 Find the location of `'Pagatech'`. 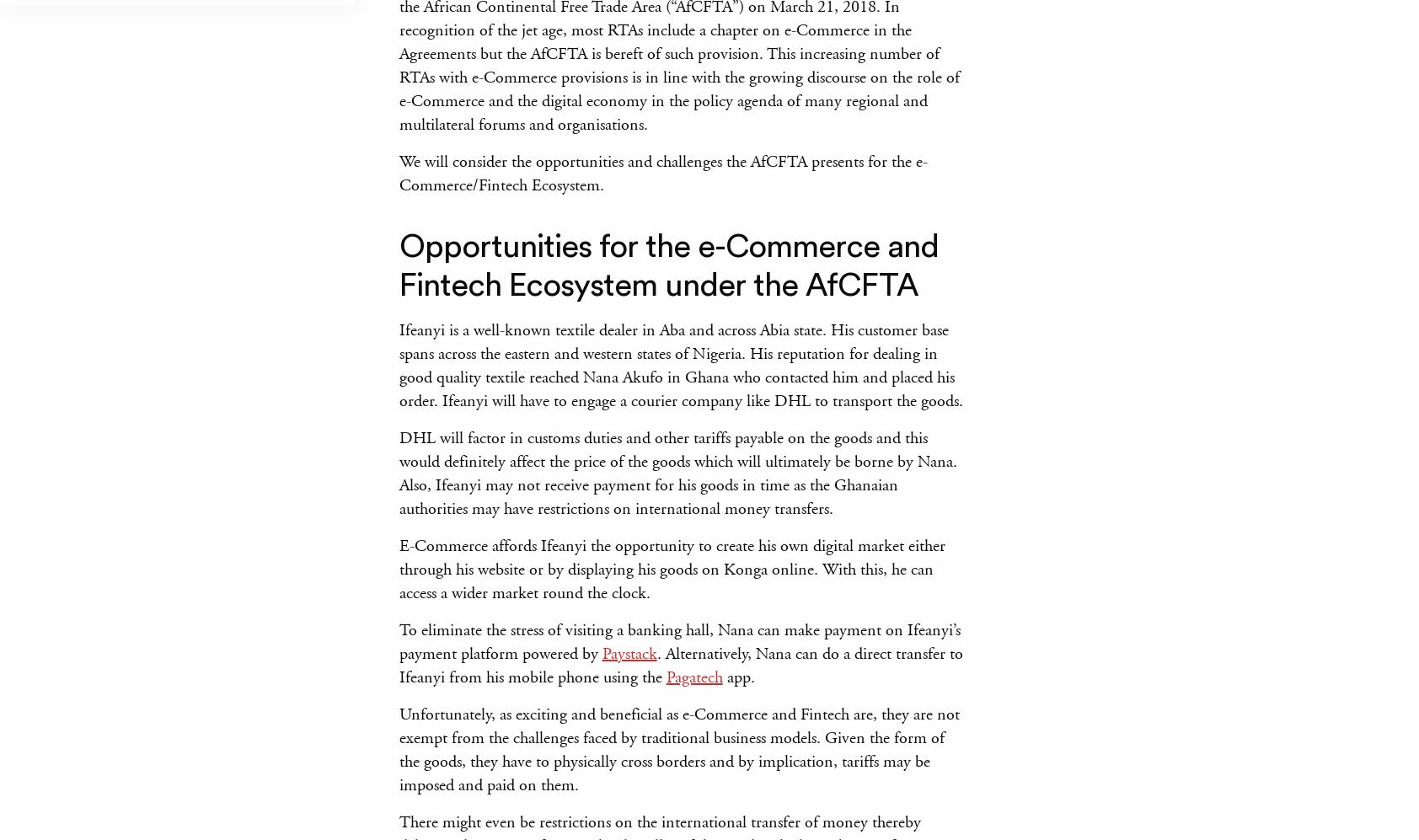

'Pagatech' is located at coordinates (693, 676).